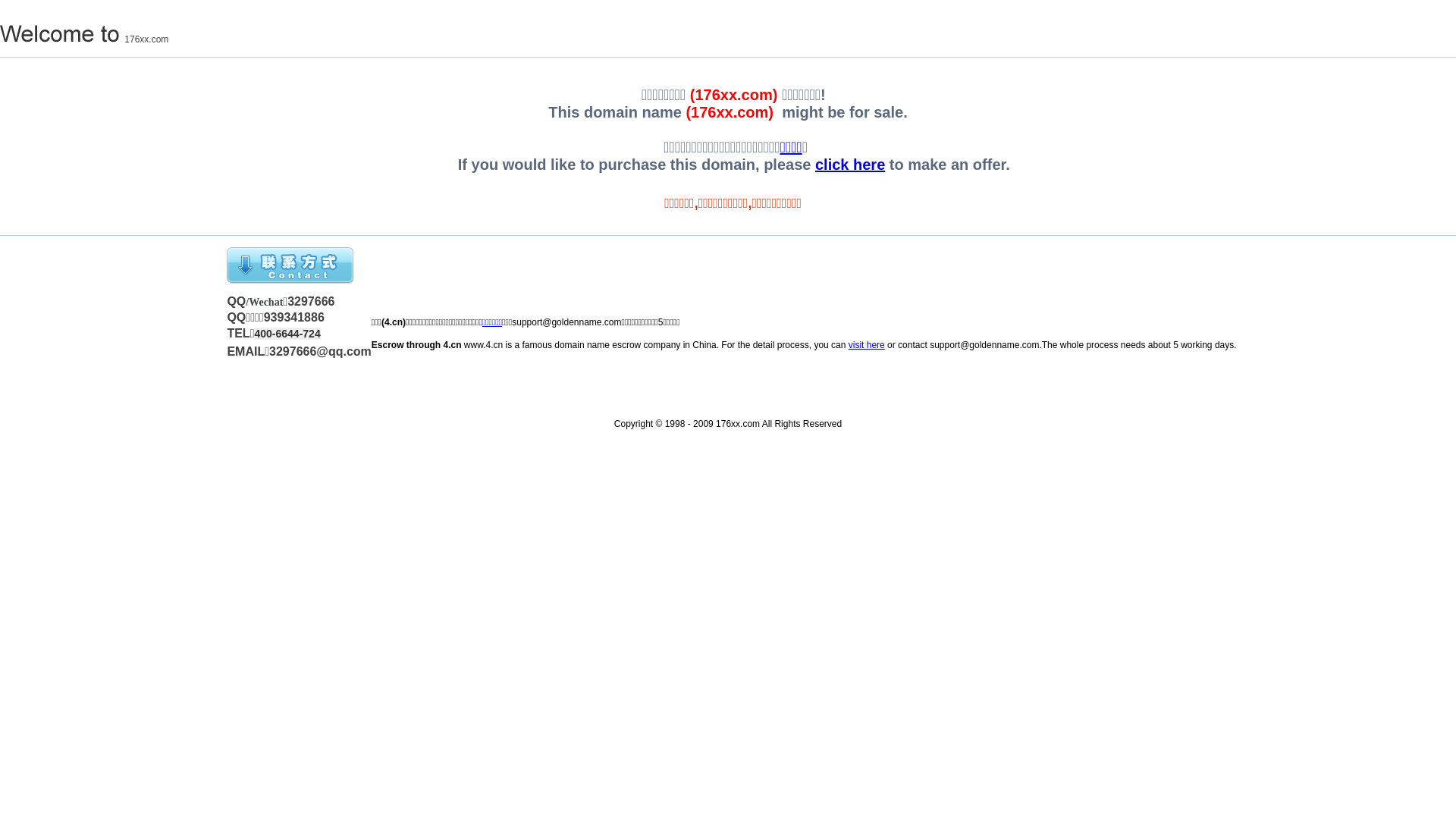 This screenshot has width=1456, height=819. What do you see at coordinates (866, 345) in the screenshot?
I see `'visit here'` at bounding box center [866, 345].